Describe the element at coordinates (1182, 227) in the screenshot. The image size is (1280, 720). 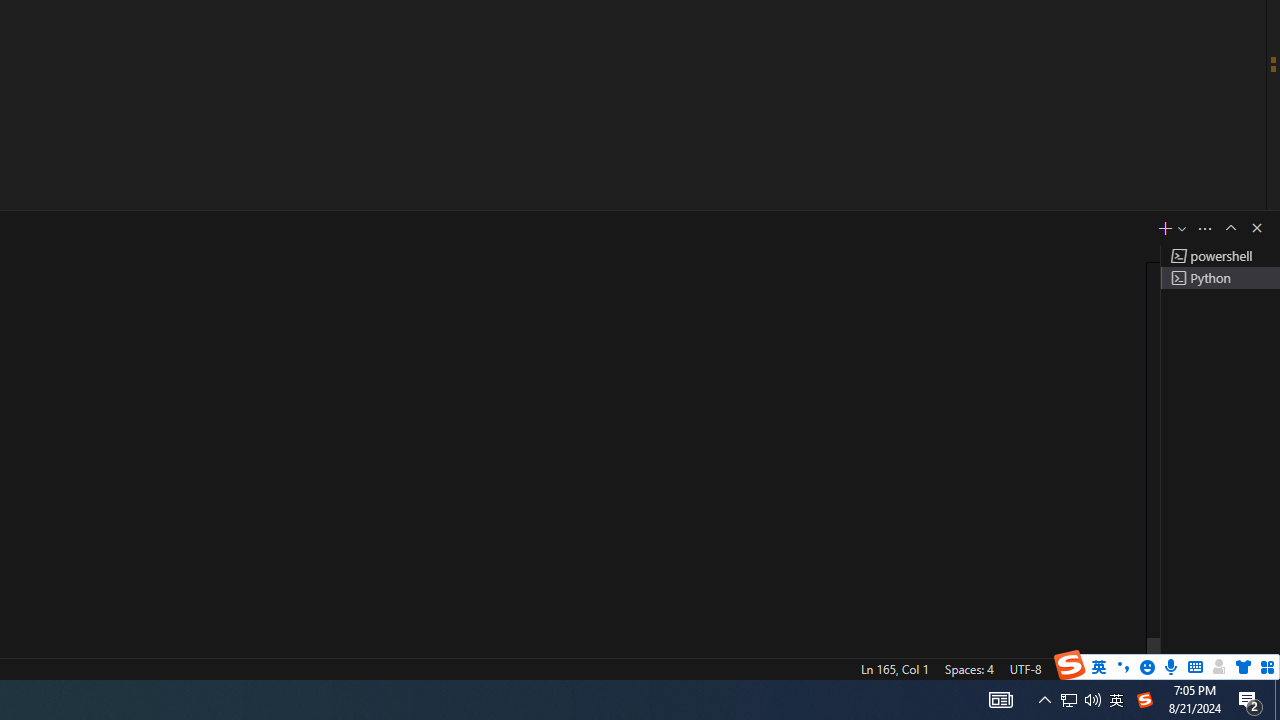
I see `'Launch Profile...'` at that location.